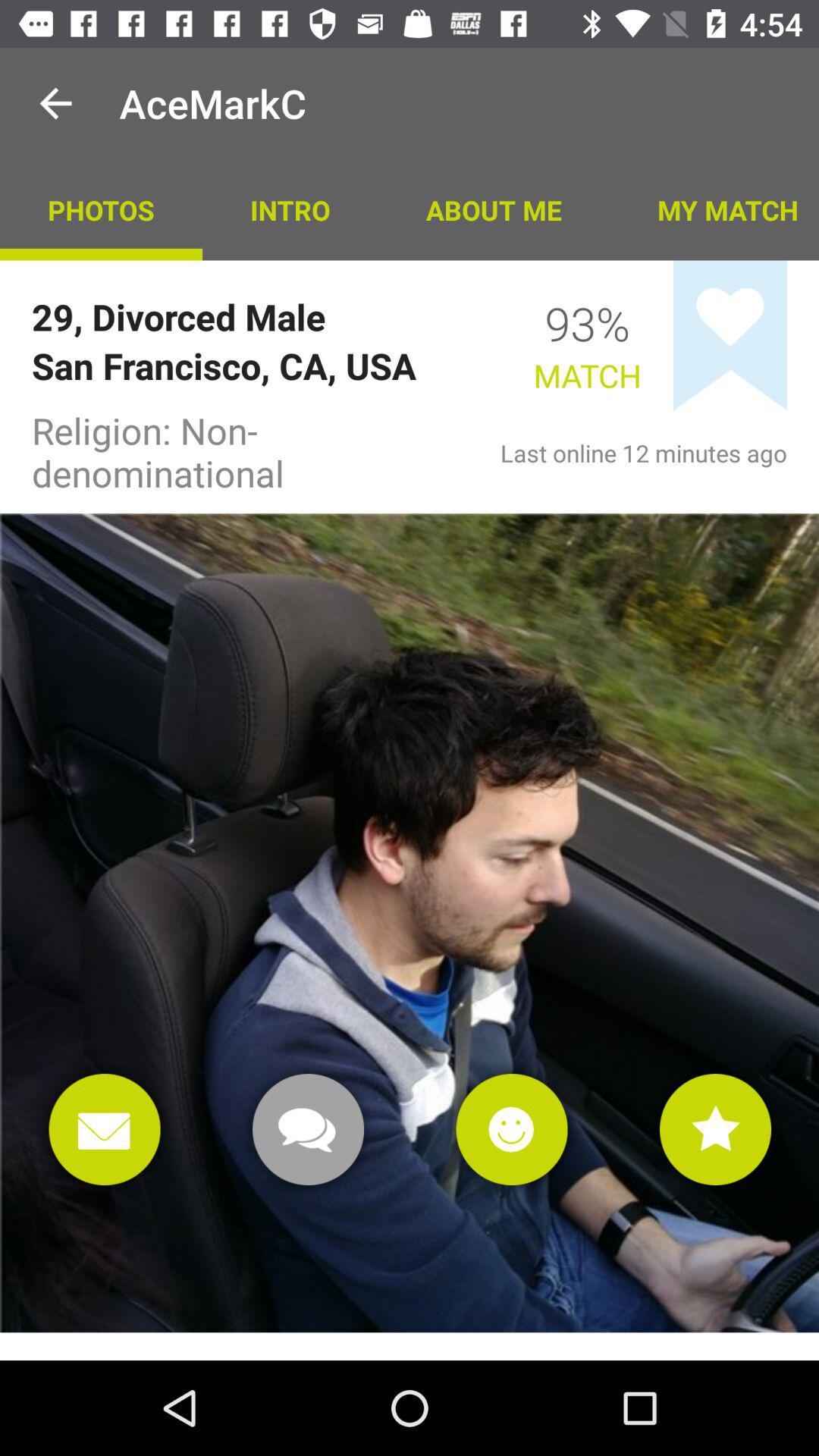 The height and width of the screenshot is (1456, 819). What do you see at coordinates (494, 209) in the screenshot?
I see `the about me item` at bounding box center [494, 209].